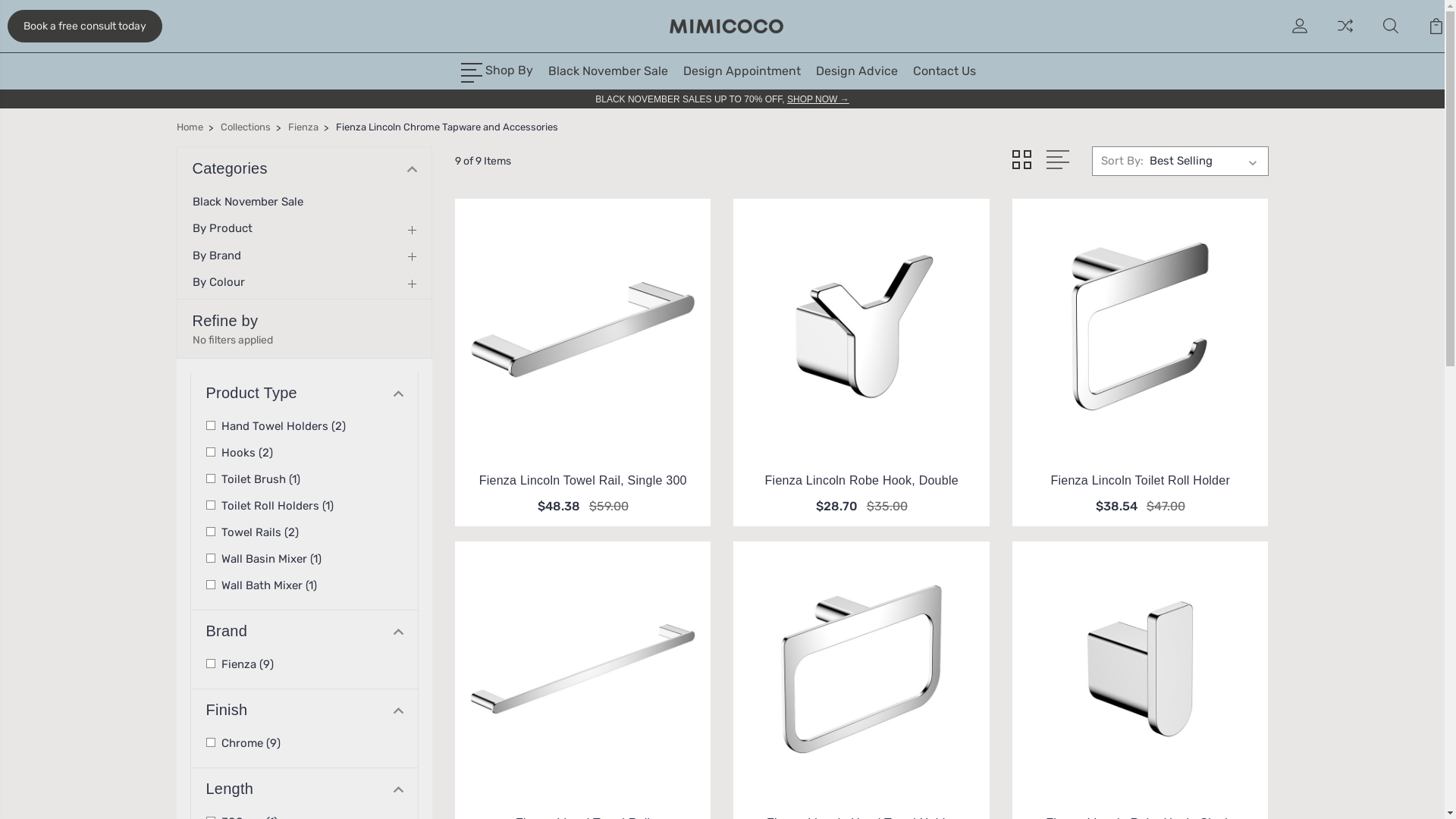 The width and height of the screenshot is (1456, 819). I want to click on 'Chrome (9)', so click(206, 742).